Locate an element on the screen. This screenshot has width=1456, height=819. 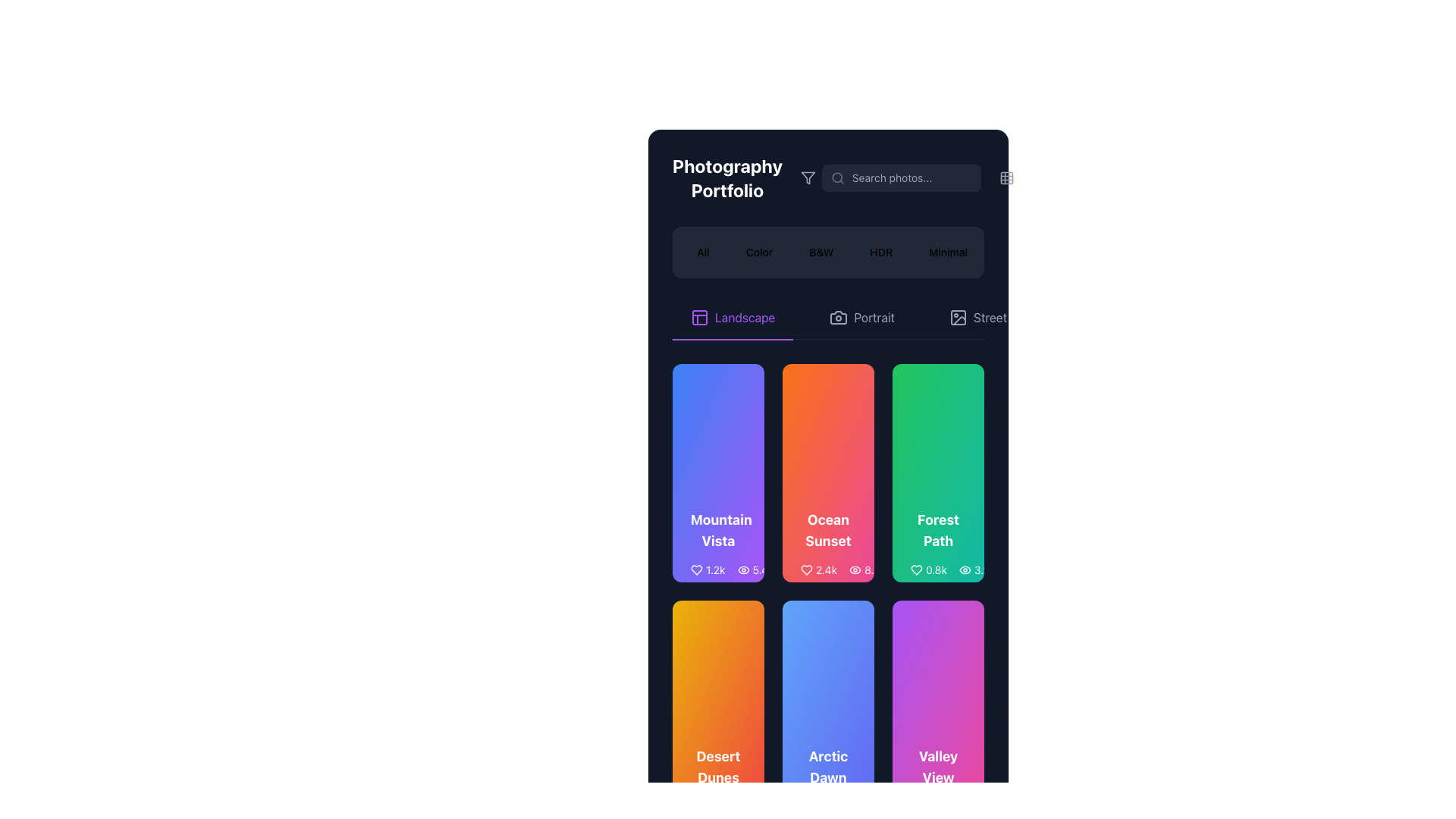
the text label at the bottom of the card titled 'Arctic Dawn', which is located in the second row and second column of a grid layout, displayed on a blue gradient background is located at coordinates (827, 767).